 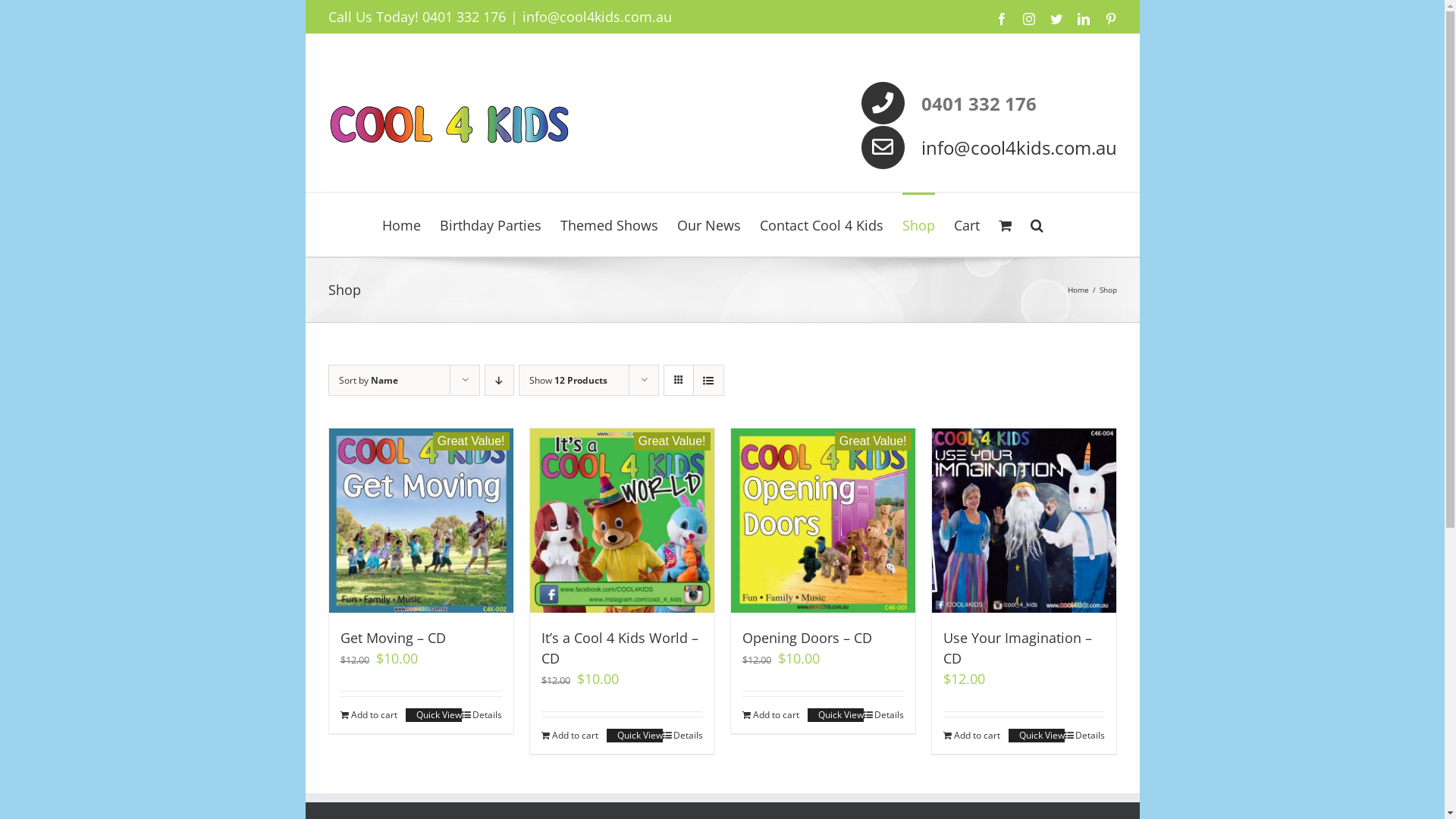 I want to click on 'Our News', so click(x=708, y=224).